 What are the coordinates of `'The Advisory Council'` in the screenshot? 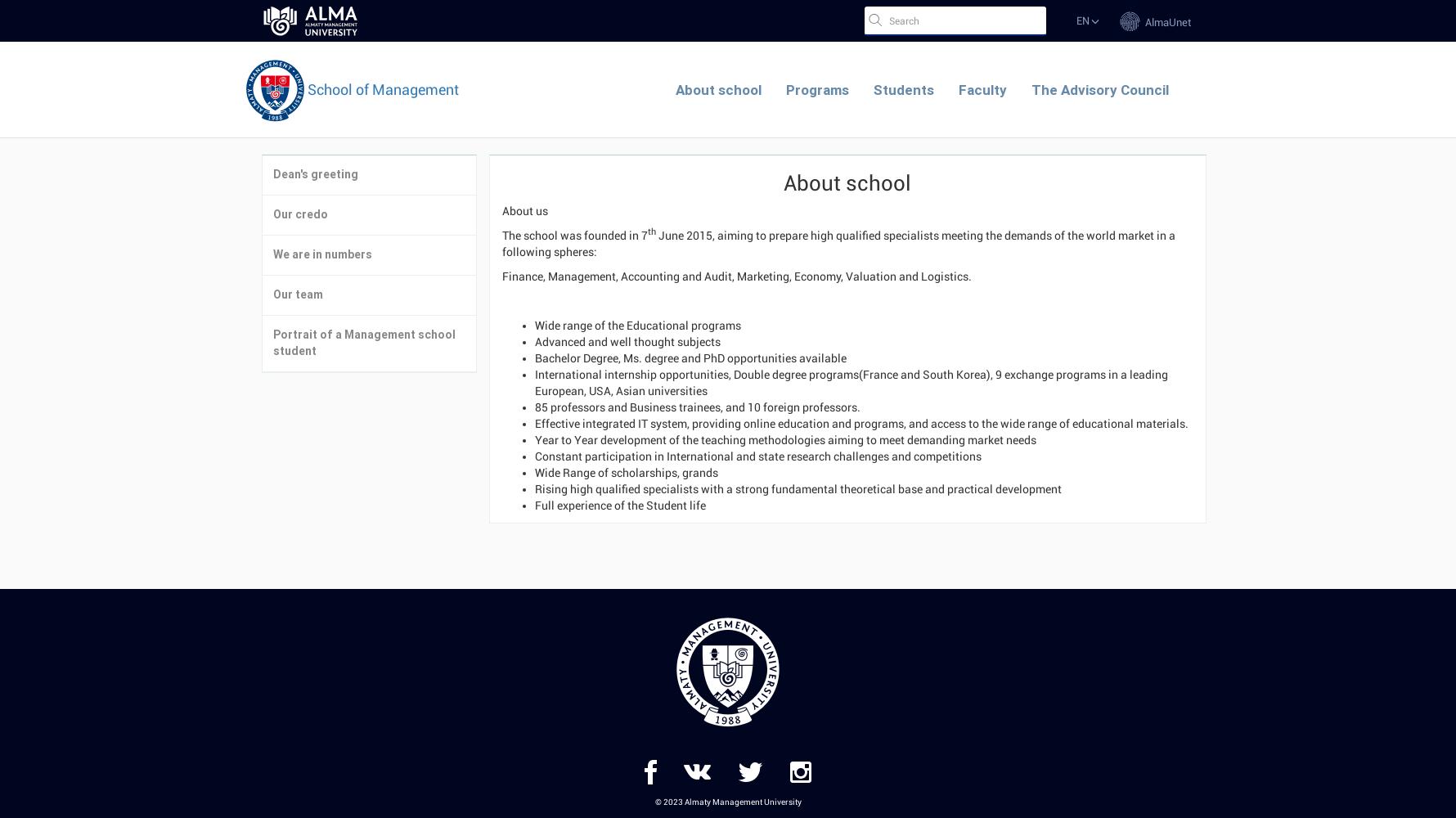 It's located at (1099, 89).